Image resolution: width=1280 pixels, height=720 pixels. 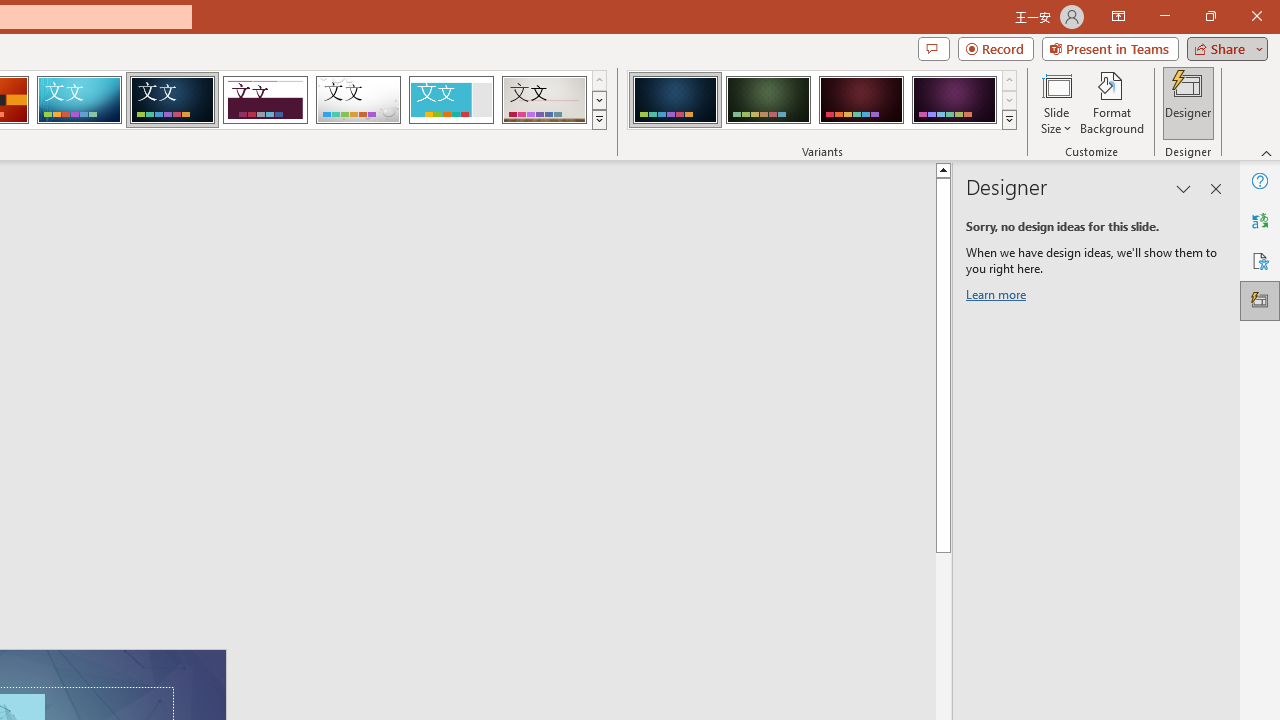 What do you see at coordinates (358, 100) in the screenshot?
I see `'Droplet'` at bounding box center [358, 100].